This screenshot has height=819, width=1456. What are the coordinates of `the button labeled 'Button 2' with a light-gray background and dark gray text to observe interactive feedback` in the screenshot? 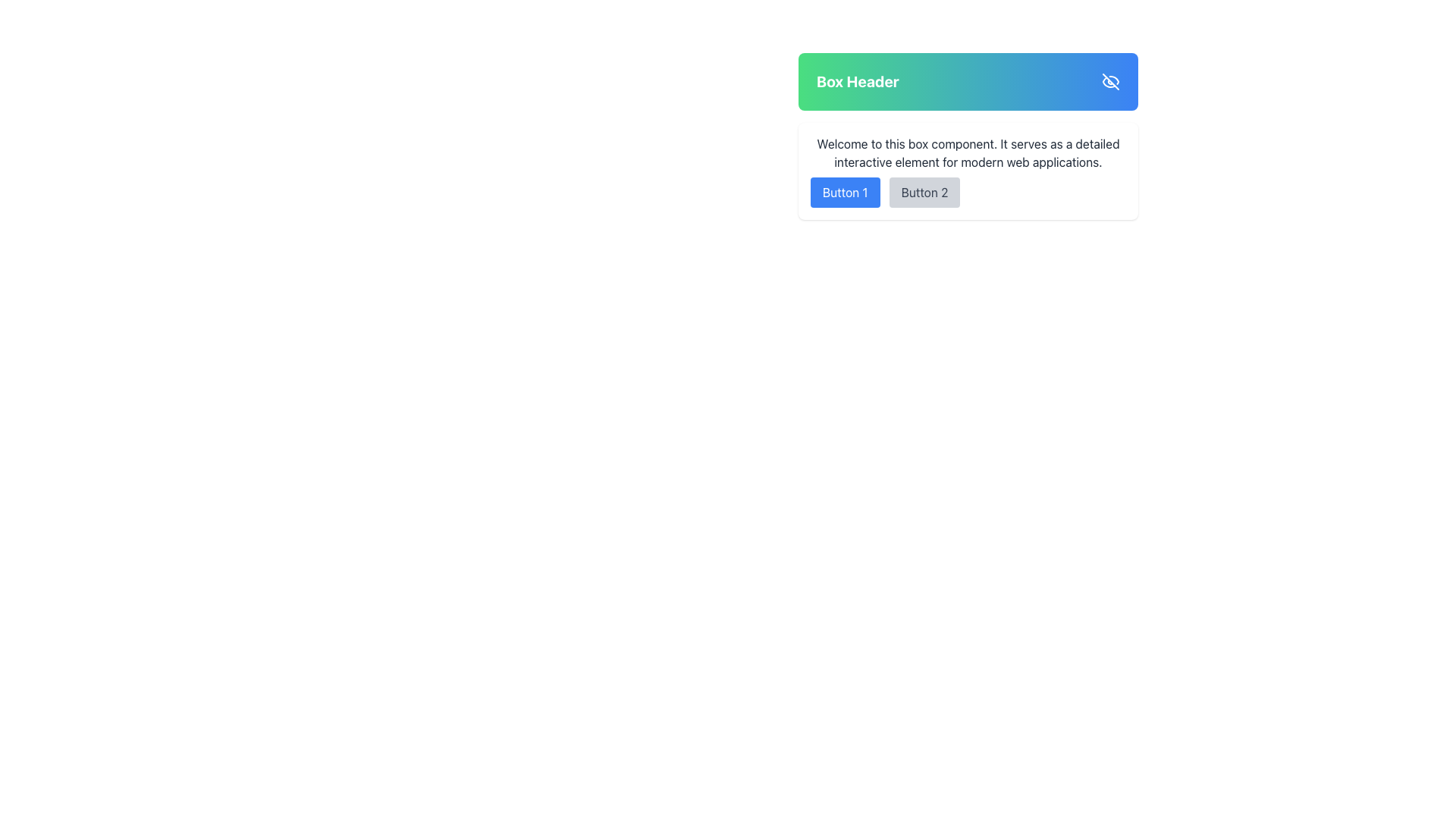 It's located at (924, 192).